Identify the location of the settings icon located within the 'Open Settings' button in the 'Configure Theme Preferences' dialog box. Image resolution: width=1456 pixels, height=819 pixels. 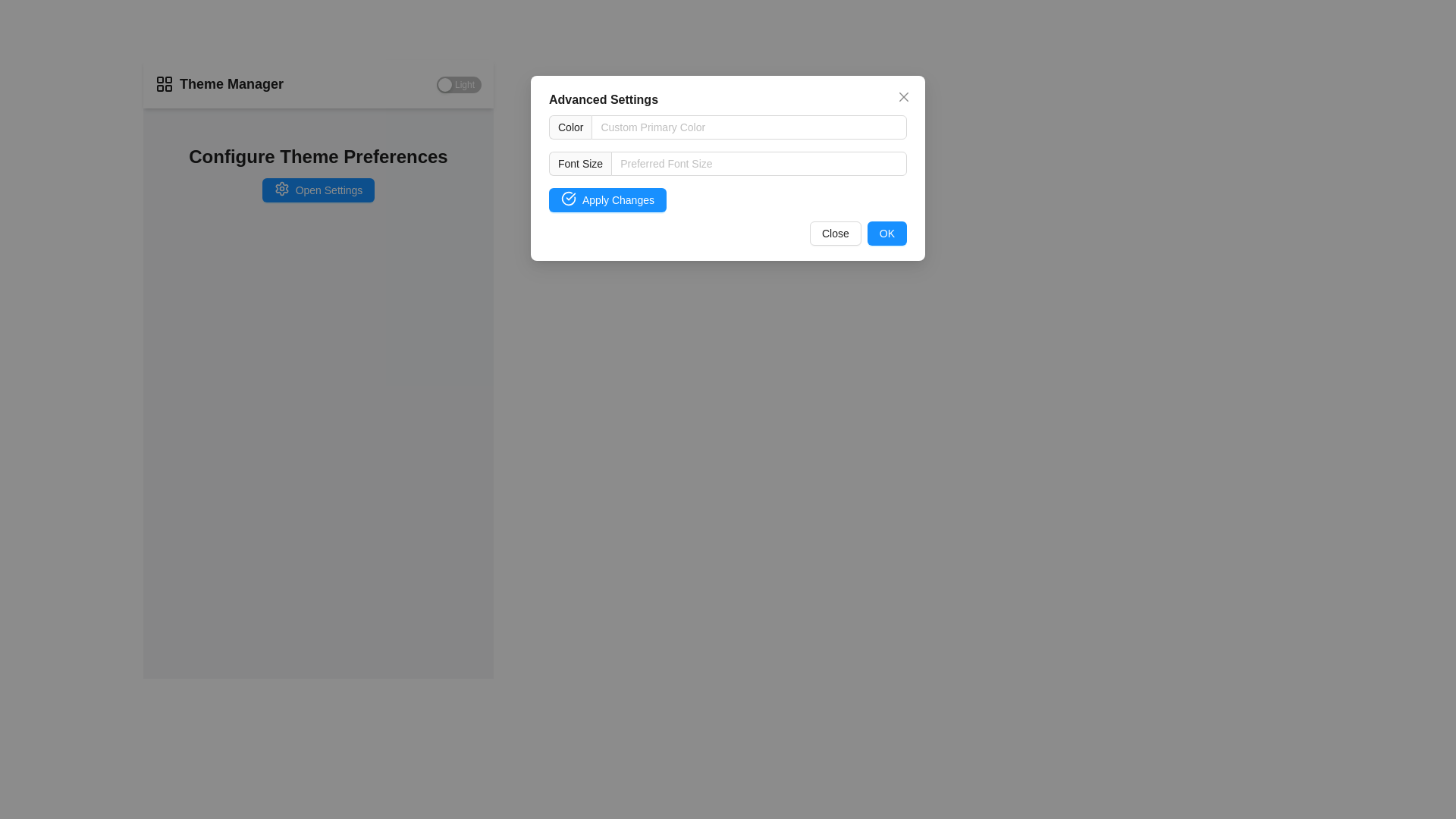
(281, 187).